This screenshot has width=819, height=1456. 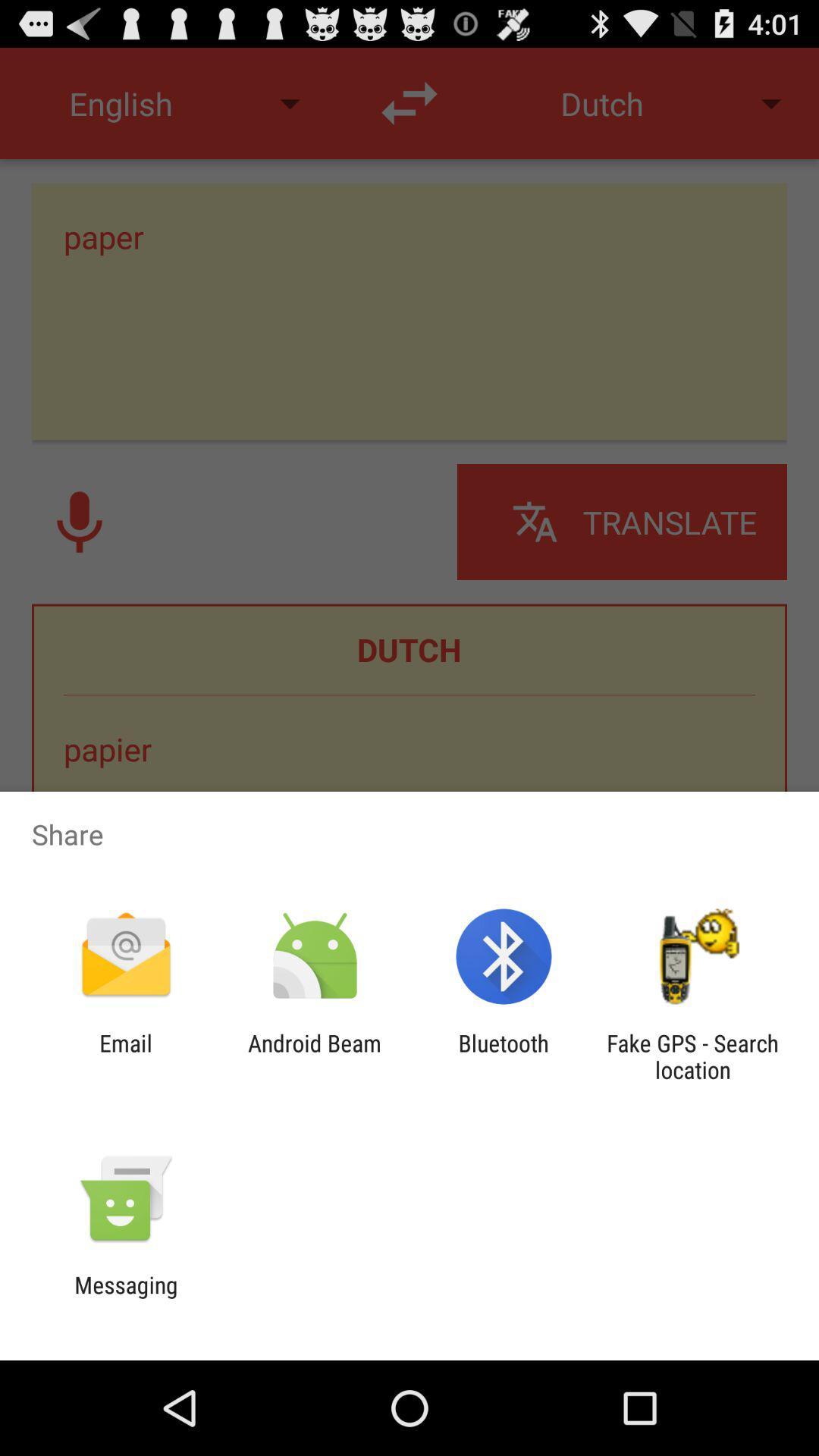 What do you see at coordinates (692, 1056) in the screenshot?
I see `icon to the right of the bluetooth item` at bounding box center [692, 1056].